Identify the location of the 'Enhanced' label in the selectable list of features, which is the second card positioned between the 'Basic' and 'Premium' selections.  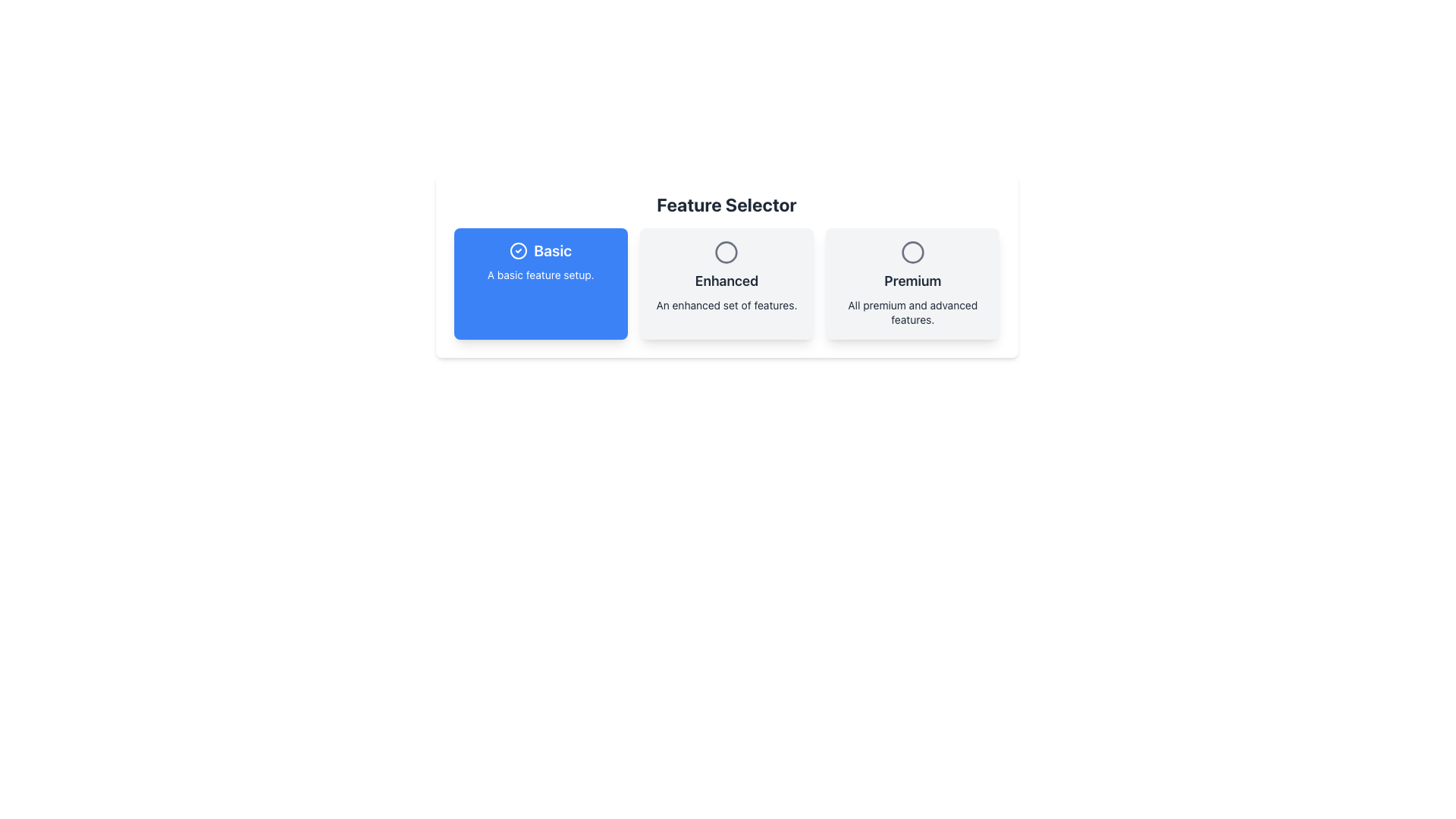
(726, 281).